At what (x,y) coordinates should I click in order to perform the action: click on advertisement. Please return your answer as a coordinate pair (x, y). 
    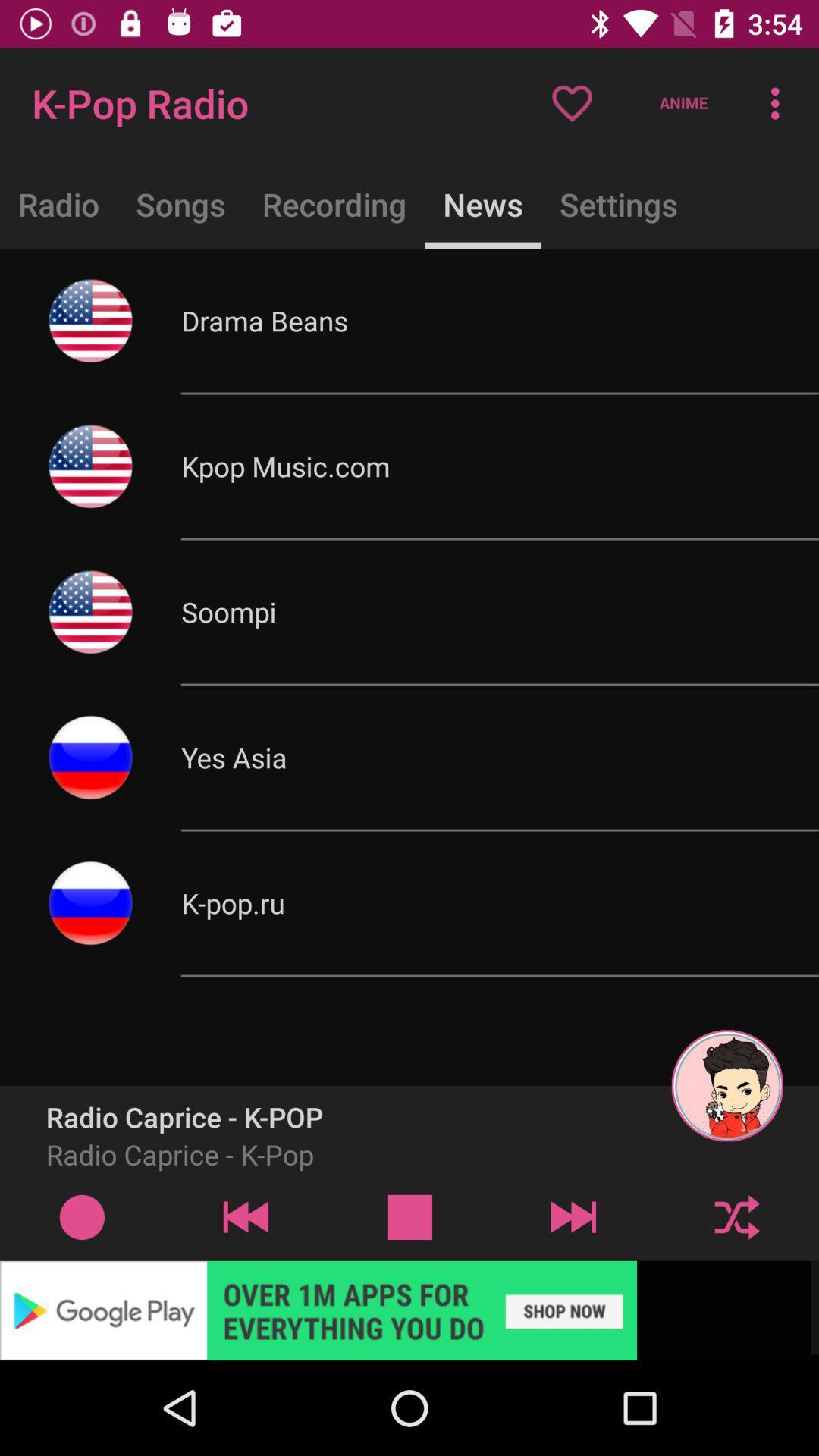
    Looking at the image, I should click on (409, 1310).